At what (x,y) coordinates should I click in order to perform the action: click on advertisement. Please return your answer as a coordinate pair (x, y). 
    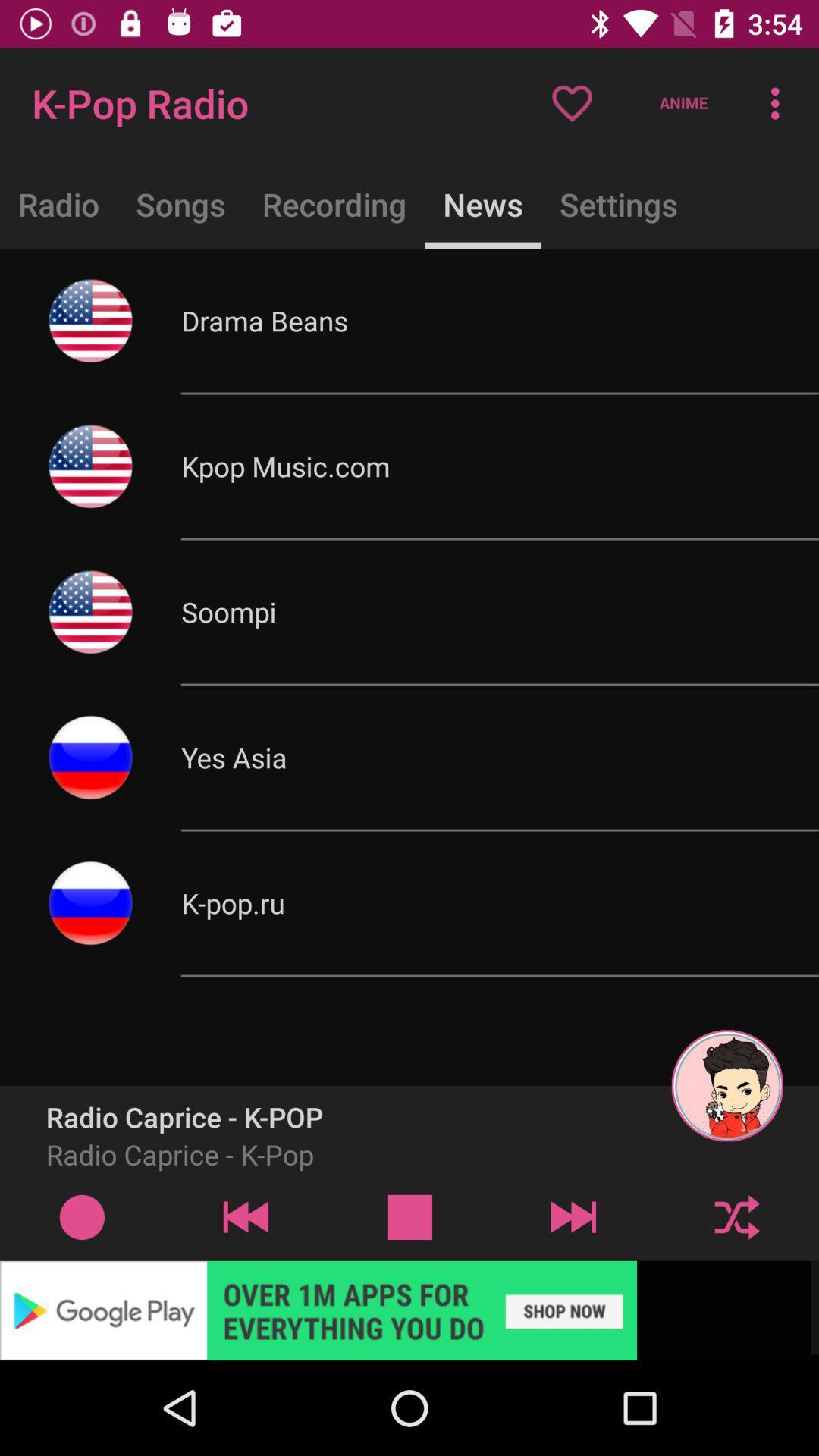
    Looking at the image, I should click on (409, 1310).